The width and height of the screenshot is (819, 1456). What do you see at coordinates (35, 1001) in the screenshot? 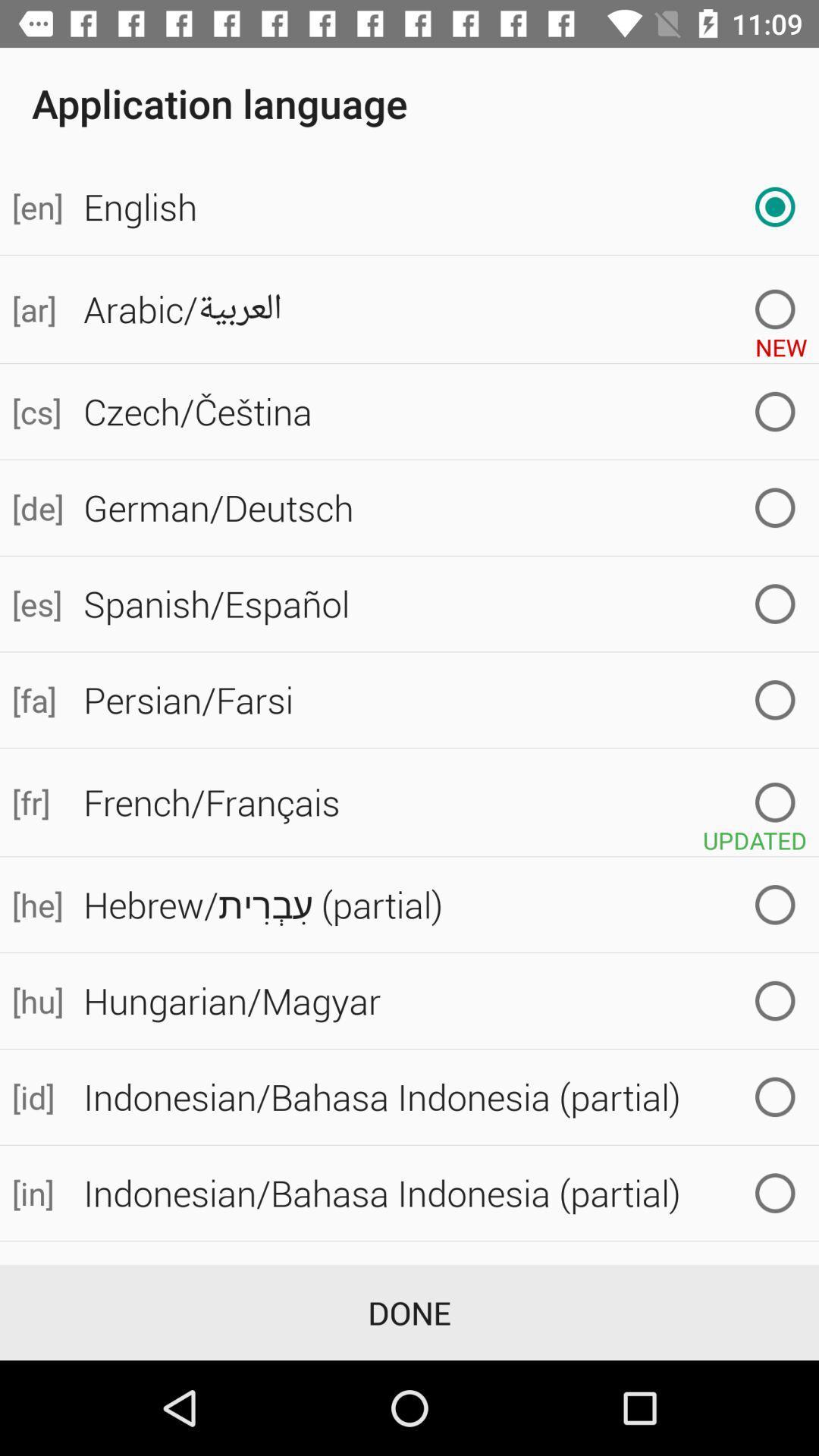
I see `icon to the left of hungarian/magyar icon` at bounding box center [35, 1001].